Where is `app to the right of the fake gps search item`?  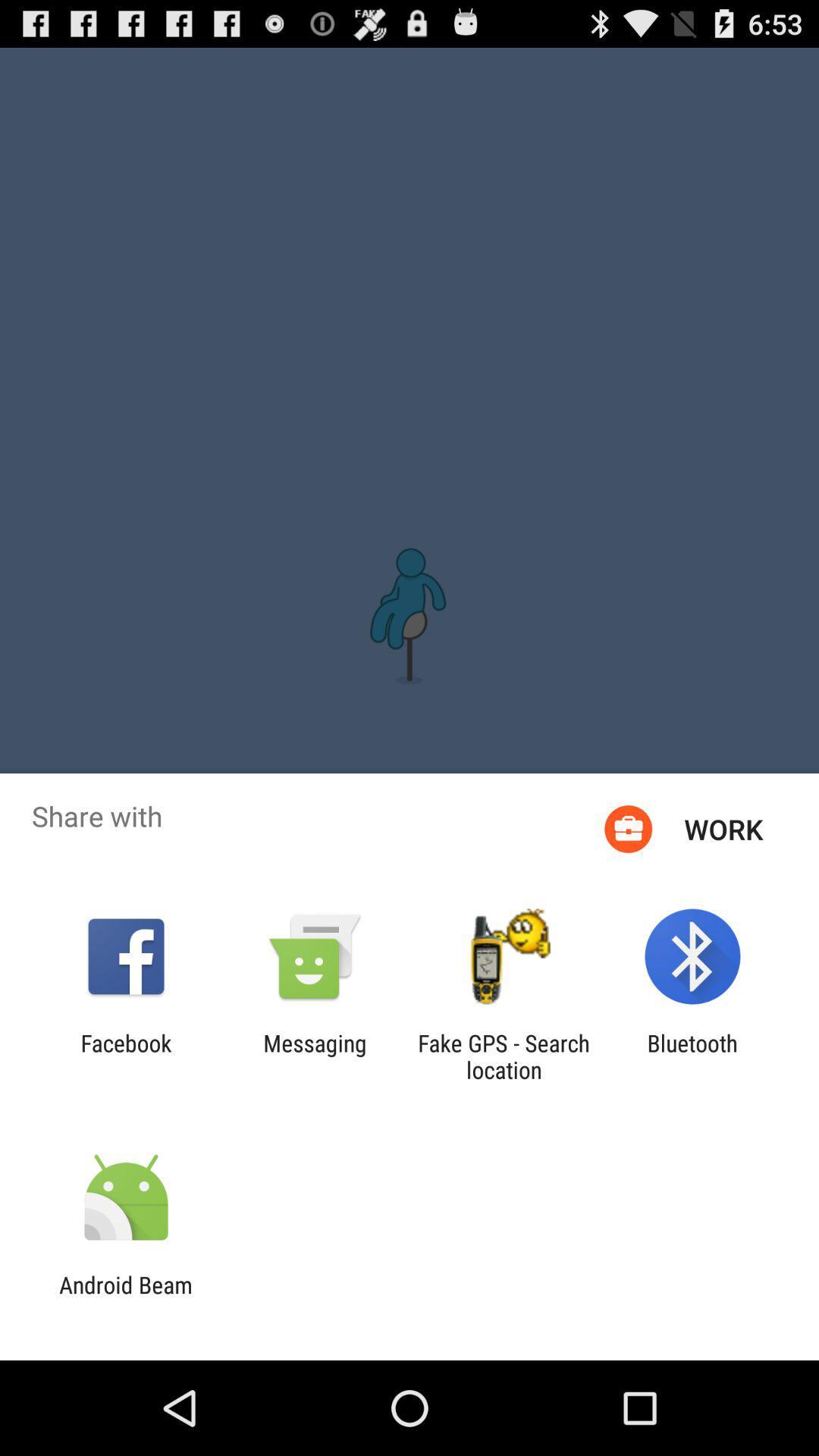
app to the right of the fake gps search item is located at coordinates (692, 1056).